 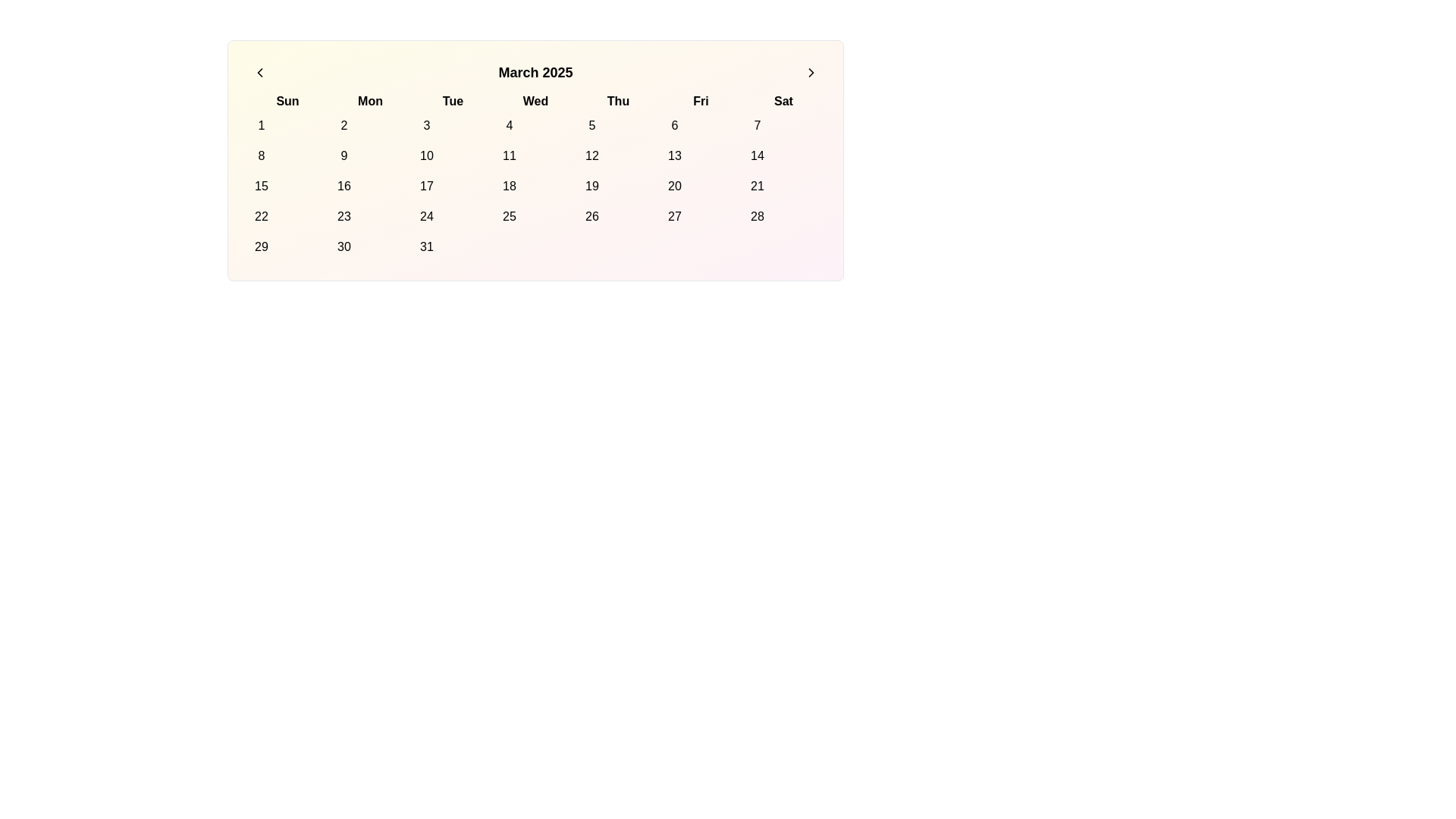 What do you see at coordinates (535, 102) in the screenshot?
I see `the text label indicating the name of the third day of the week in the calendar layout, which is the fourth weekday label in a row of seven, positioned centrally within the calendar interface header` at bounding box center [535, 102].